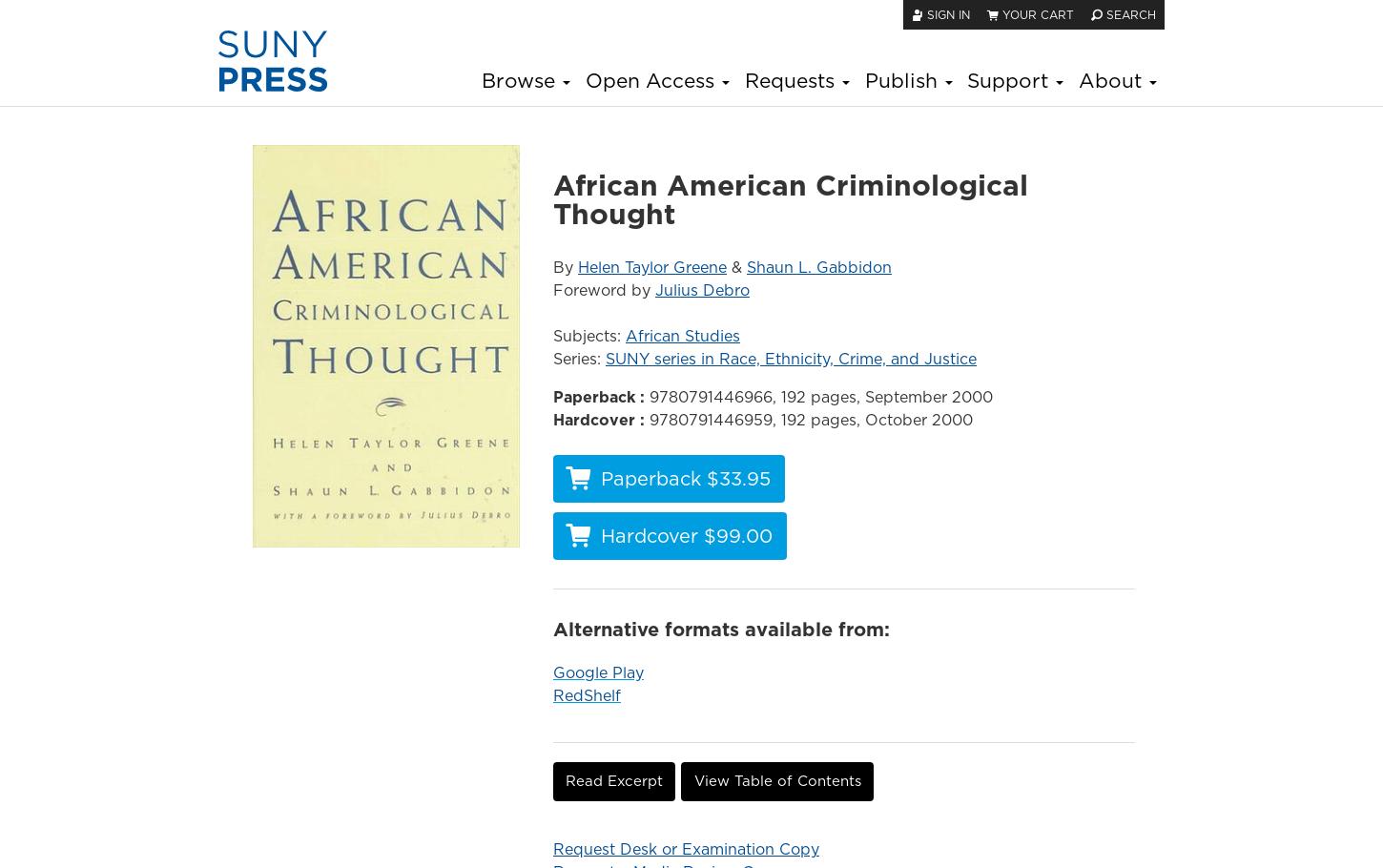  What do you see at coordinates (680, 334) in the screenshot?
I see `'African Studies'` at bounding box center [680, 334].